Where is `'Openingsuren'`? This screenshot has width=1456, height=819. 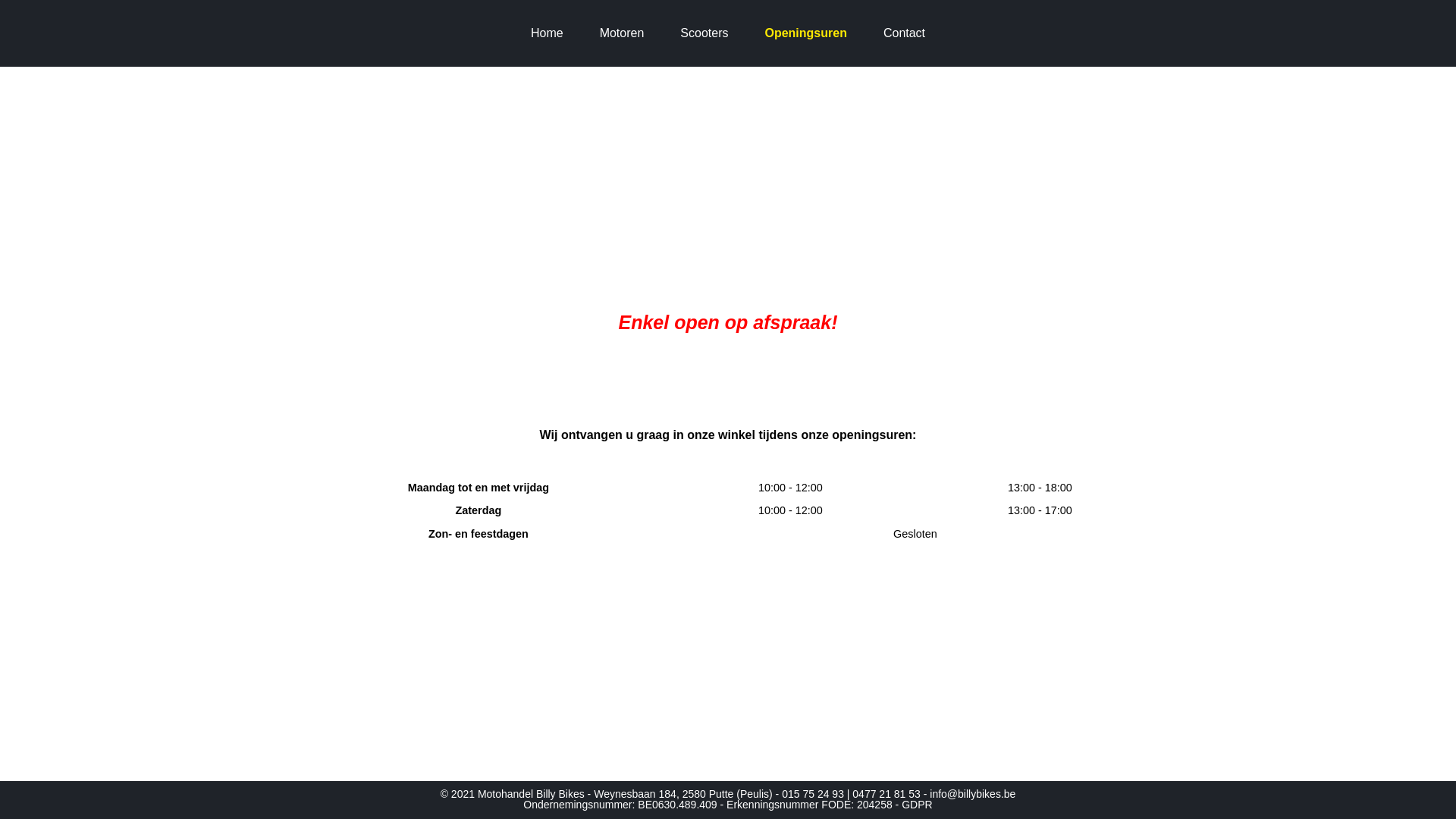
'Openingsuren' is located at coordinates (753, 33).